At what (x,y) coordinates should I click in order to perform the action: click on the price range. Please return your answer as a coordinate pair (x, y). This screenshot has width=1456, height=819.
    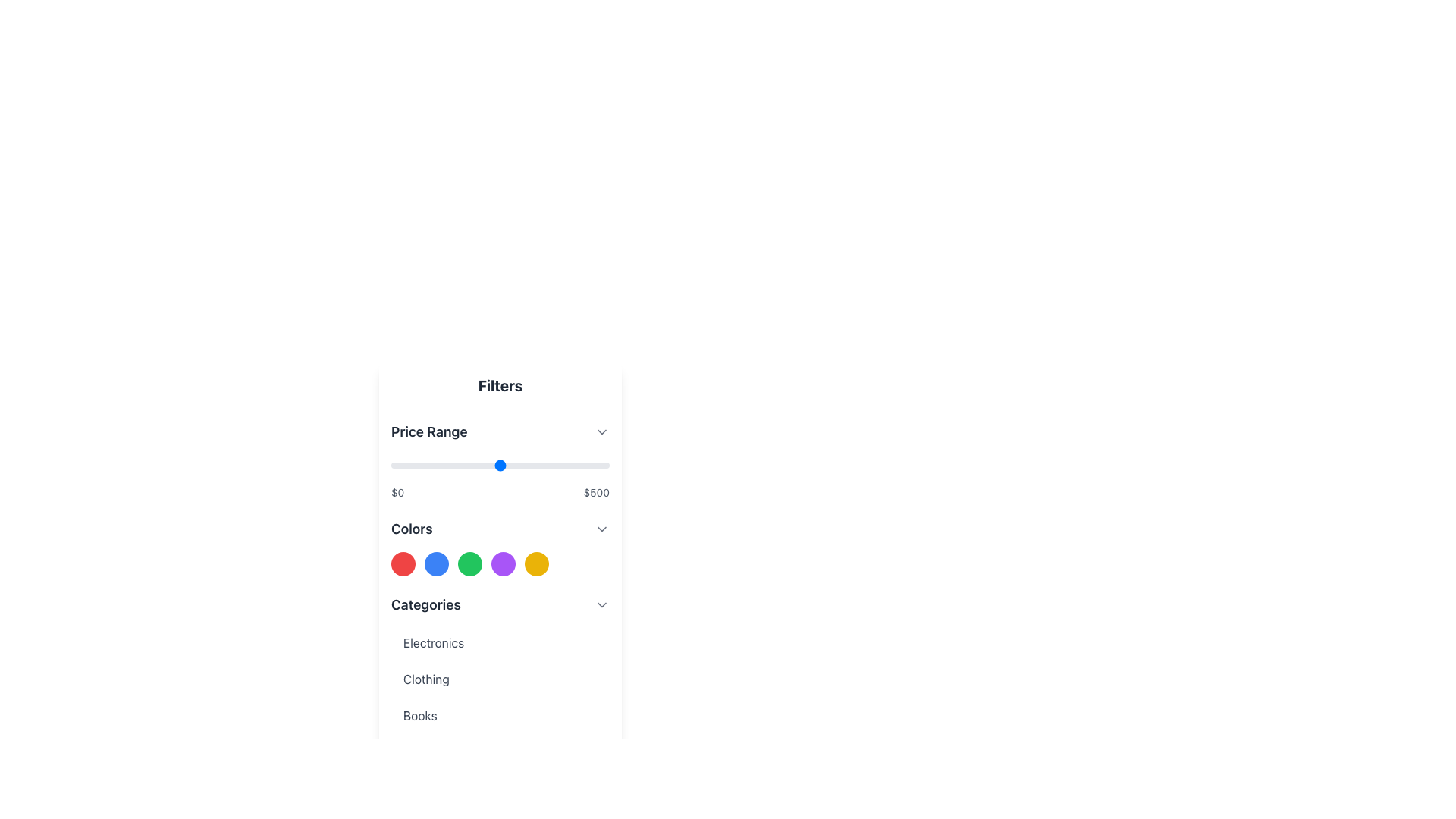
    Looking at the image, I should click on (522, 464).